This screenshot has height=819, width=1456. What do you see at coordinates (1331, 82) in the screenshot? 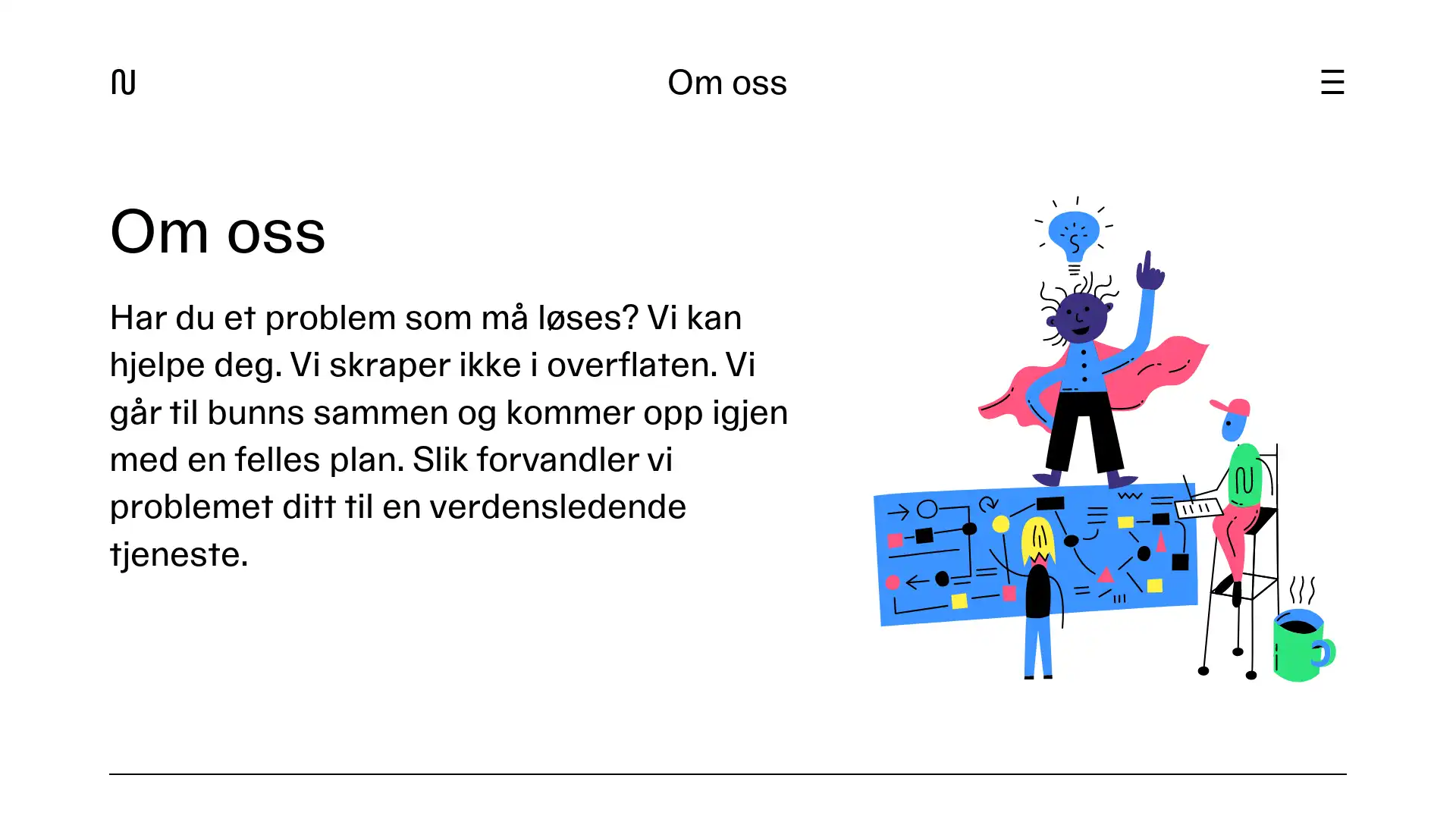
I see `Meny` at bounding box center [1331, 82].